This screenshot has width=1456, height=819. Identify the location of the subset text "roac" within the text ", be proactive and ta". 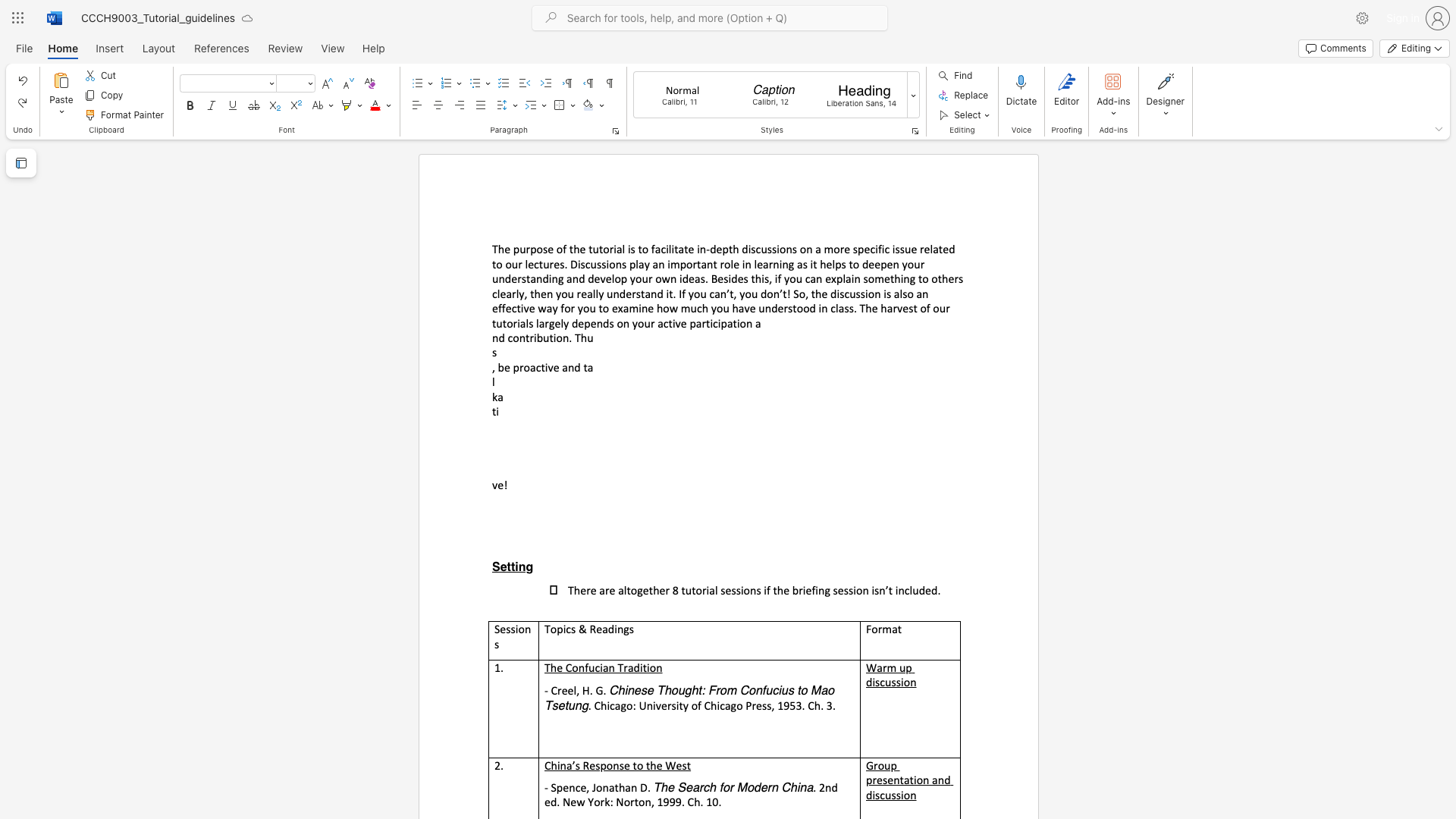
(519, 367).